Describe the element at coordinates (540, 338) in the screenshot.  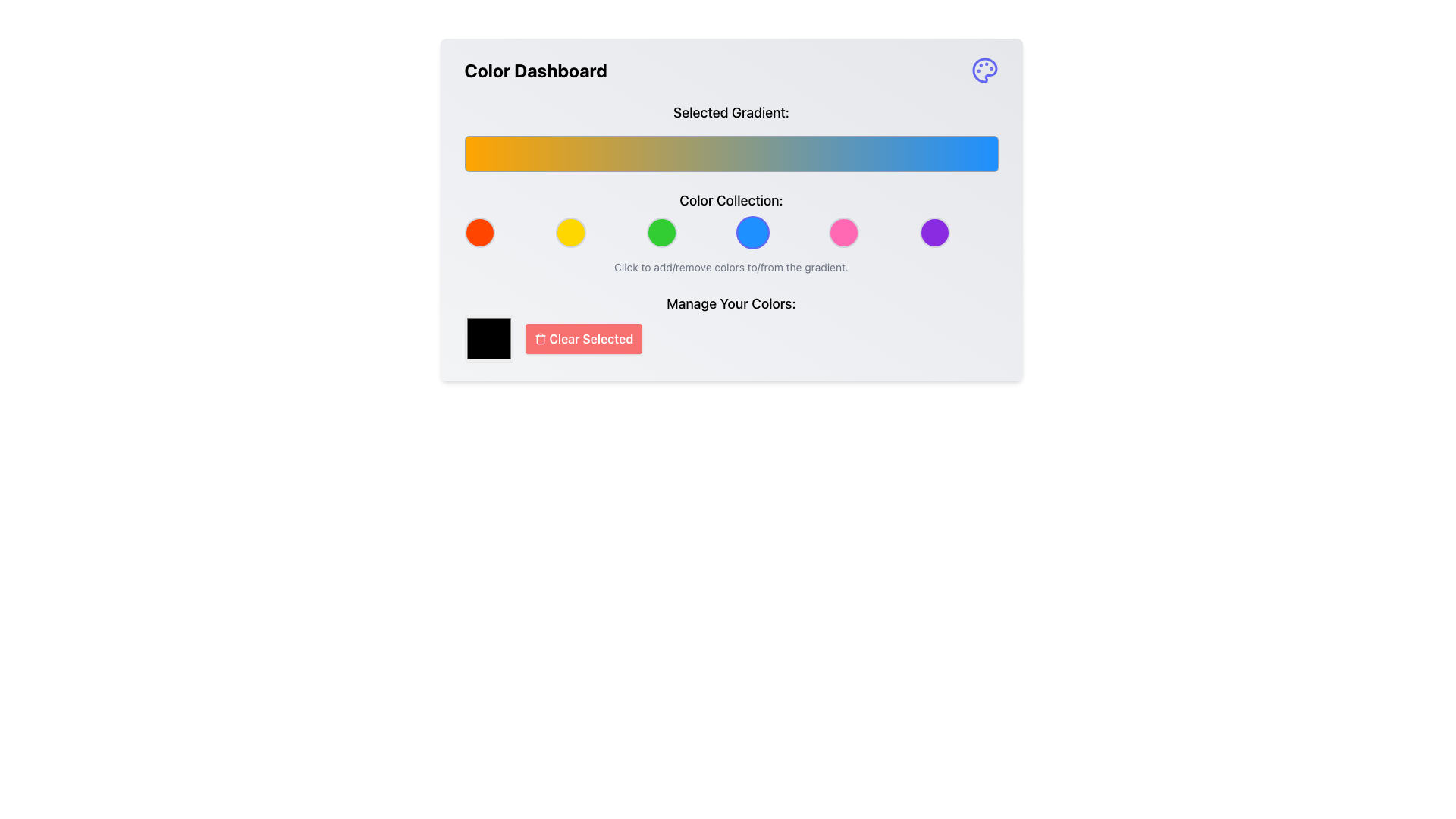
I see `the trash can icon located on the left side of the 'Clear Selected' button in the bottom right section of the main content area` at that location.